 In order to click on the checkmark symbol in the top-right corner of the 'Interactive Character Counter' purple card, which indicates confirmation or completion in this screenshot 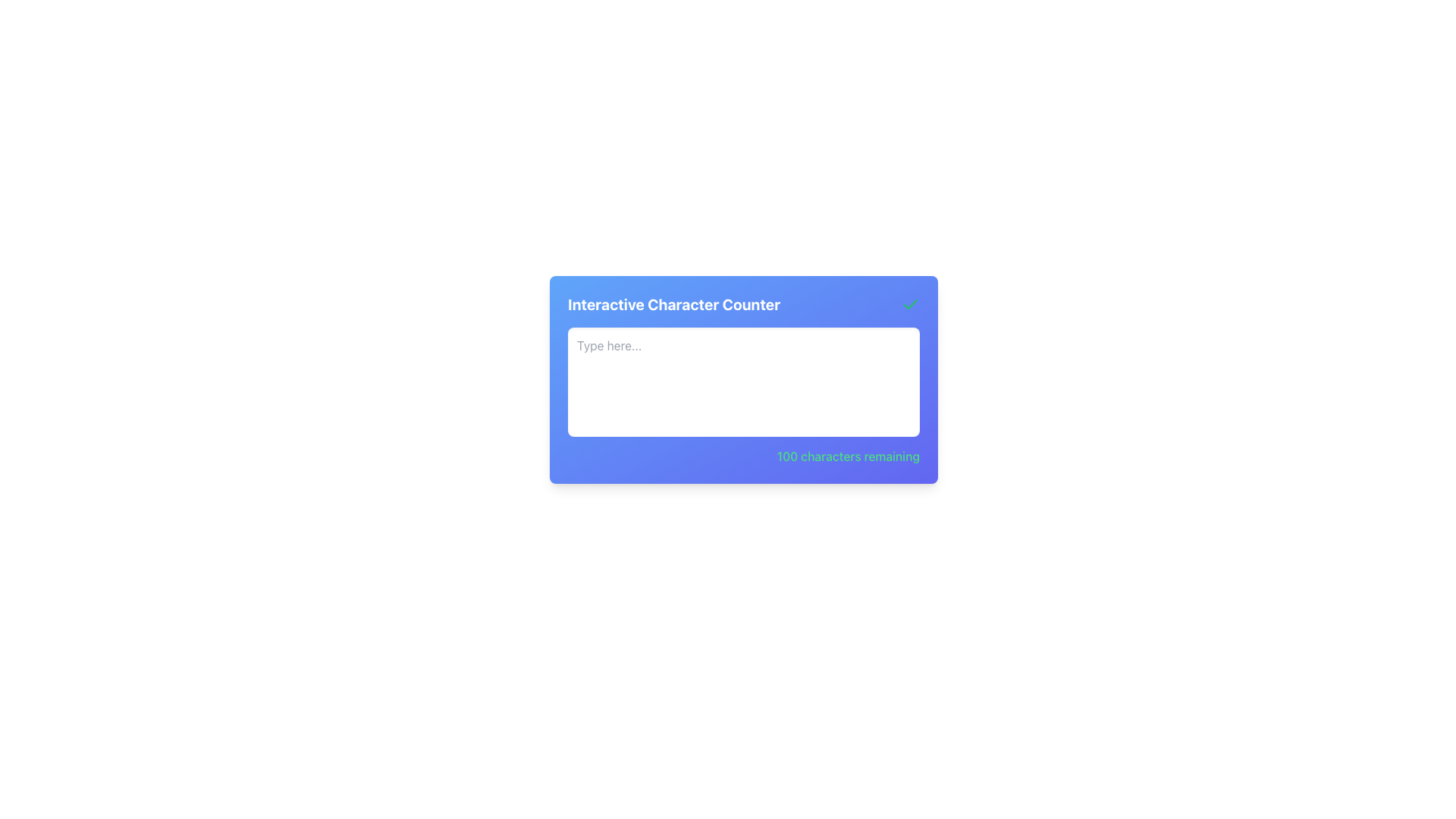, I will do `click(910, 304)`.